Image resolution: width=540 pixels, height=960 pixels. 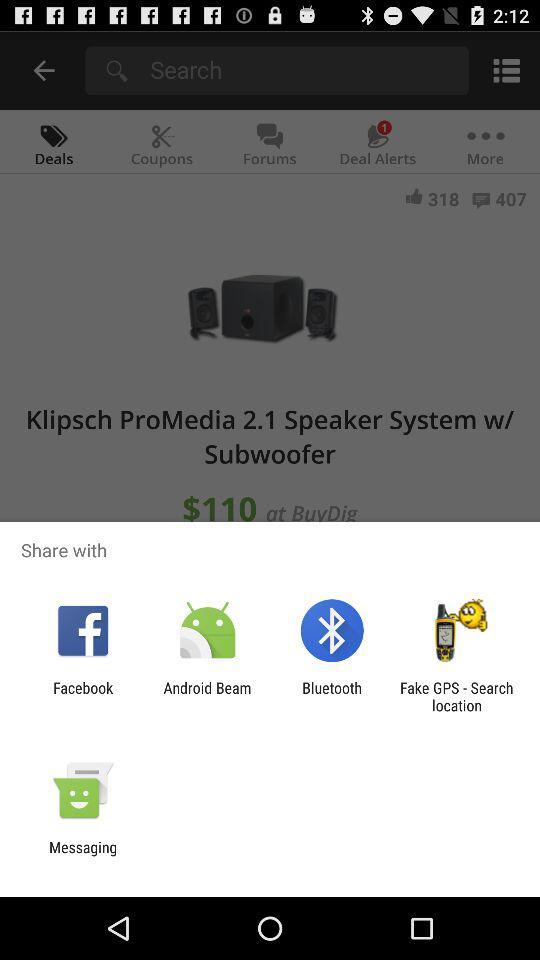 I want to click on the messaging icon, so click(x=82, y=855).